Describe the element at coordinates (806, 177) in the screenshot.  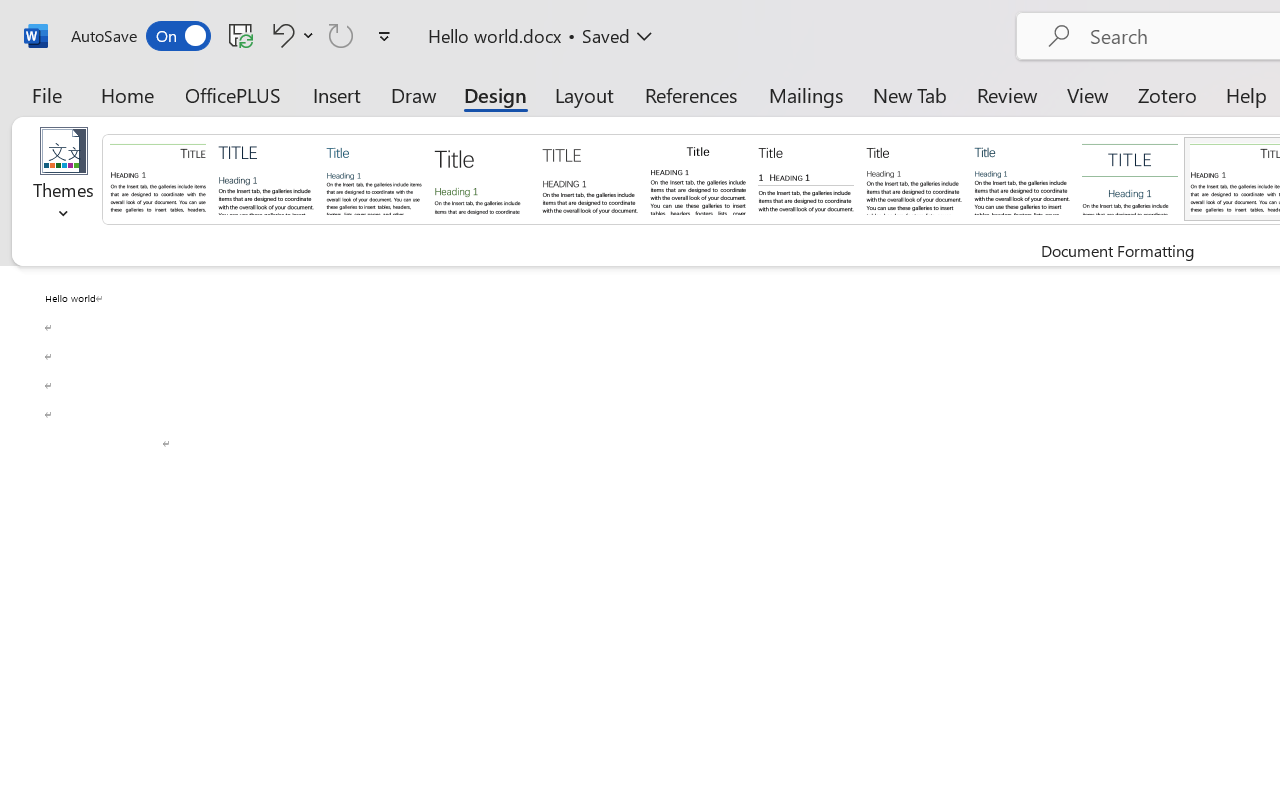
I see `'Black & White (Numbered)'` at that location.